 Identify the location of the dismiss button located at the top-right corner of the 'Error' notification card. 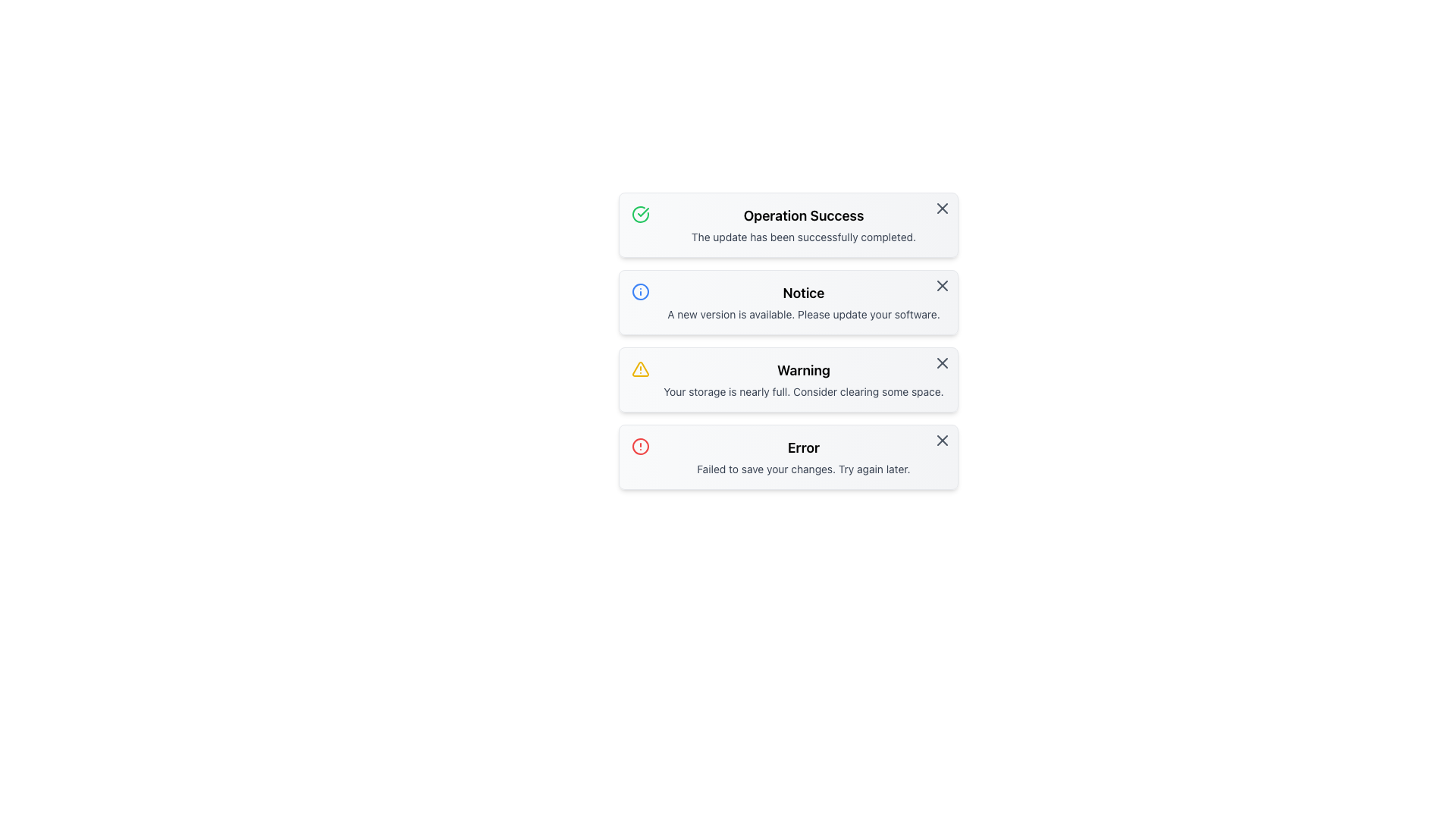
(942, 441).